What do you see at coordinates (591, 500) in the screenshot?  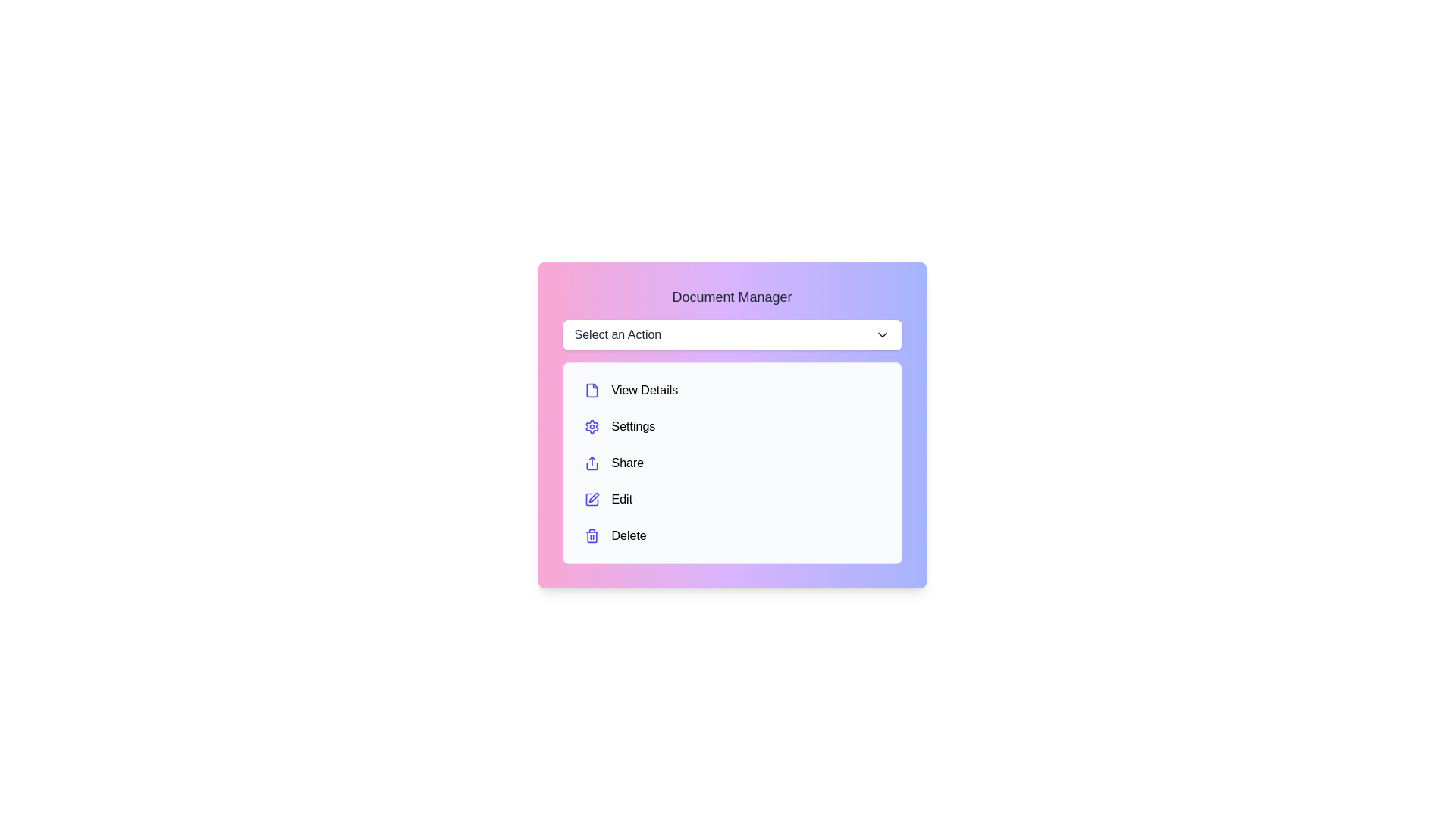 I see `the square pen icon located within the 'Edit' dropdown action menu, which features a vibrant indigo color and a distinctive pen design` at bounding box center [591, 500].